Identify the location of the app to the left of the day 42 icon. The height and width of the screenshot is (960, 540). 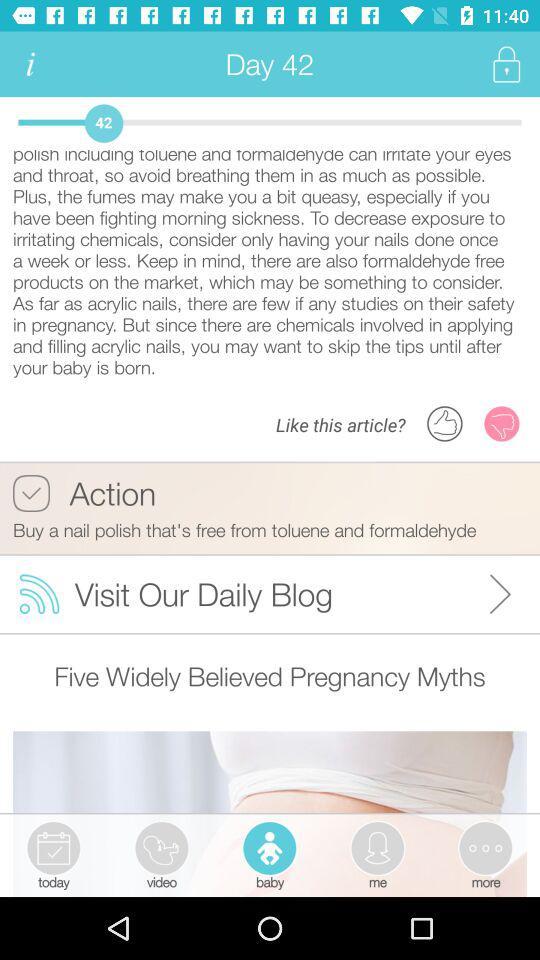
(29, 64).